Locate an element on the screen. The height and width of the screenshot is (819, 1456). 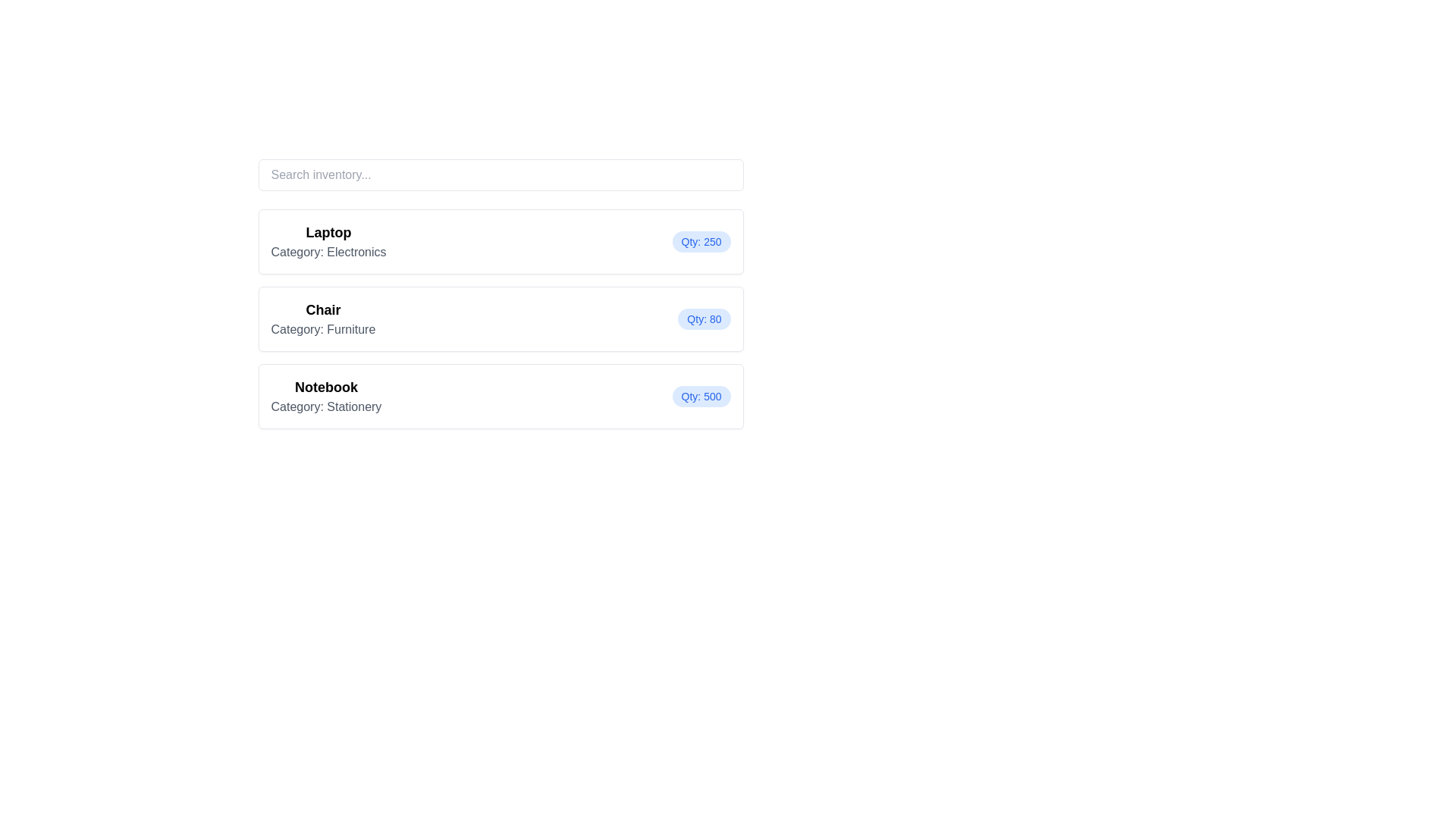
the pill-shaped badge displaying 'Qty: 500' with a blue background, positioned to the right of the 'Notebook' title and vertically centered is located at coordinates (701, 396).